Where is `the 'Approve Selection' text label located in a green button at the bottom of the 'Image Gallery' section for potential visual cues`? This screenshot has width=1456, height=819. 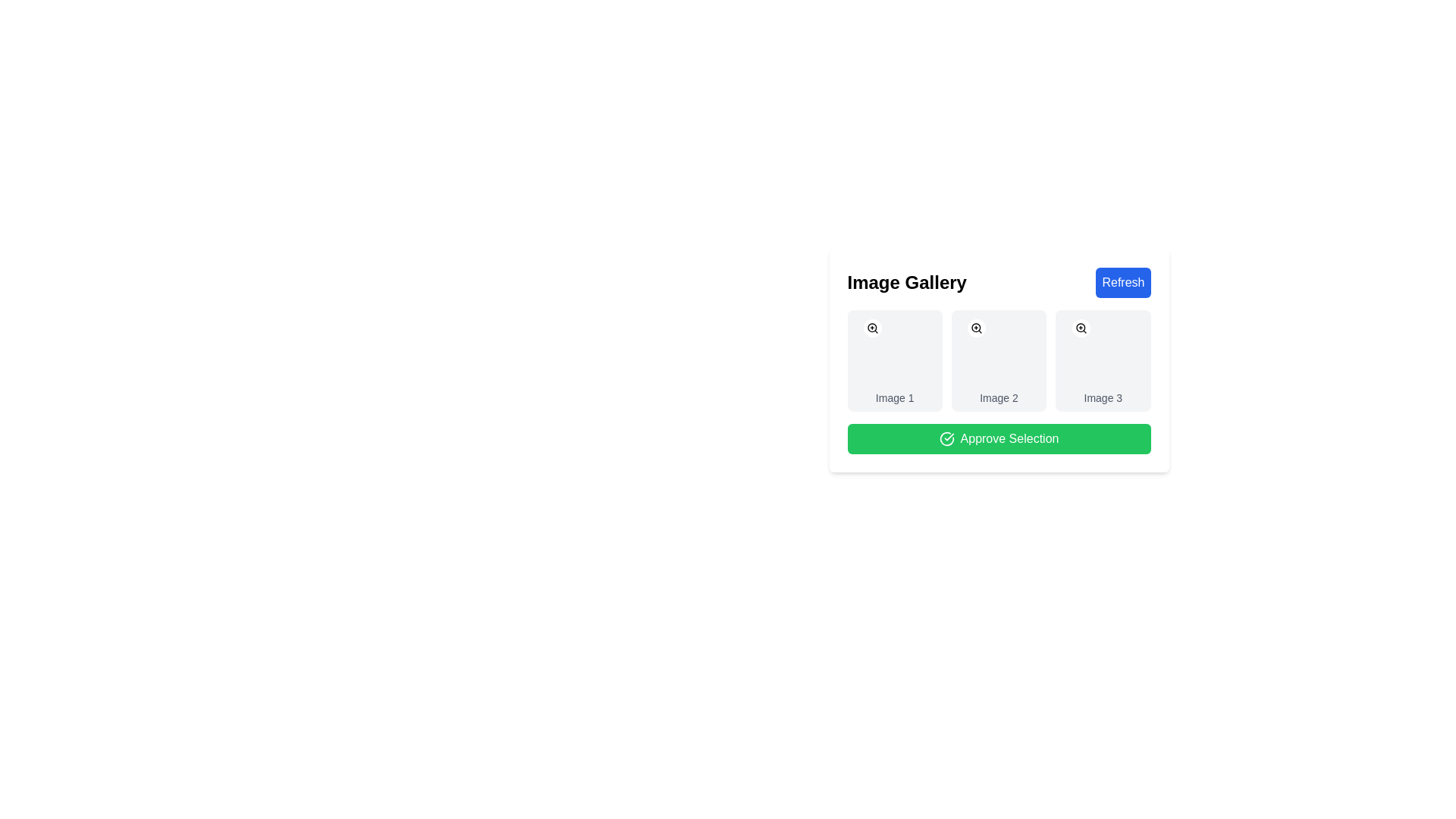
the 'Approve Selection' text label located in a green button at the bottom of the 'Image Gallery' section for potential visual cues is located at coordinates (1009, 438).